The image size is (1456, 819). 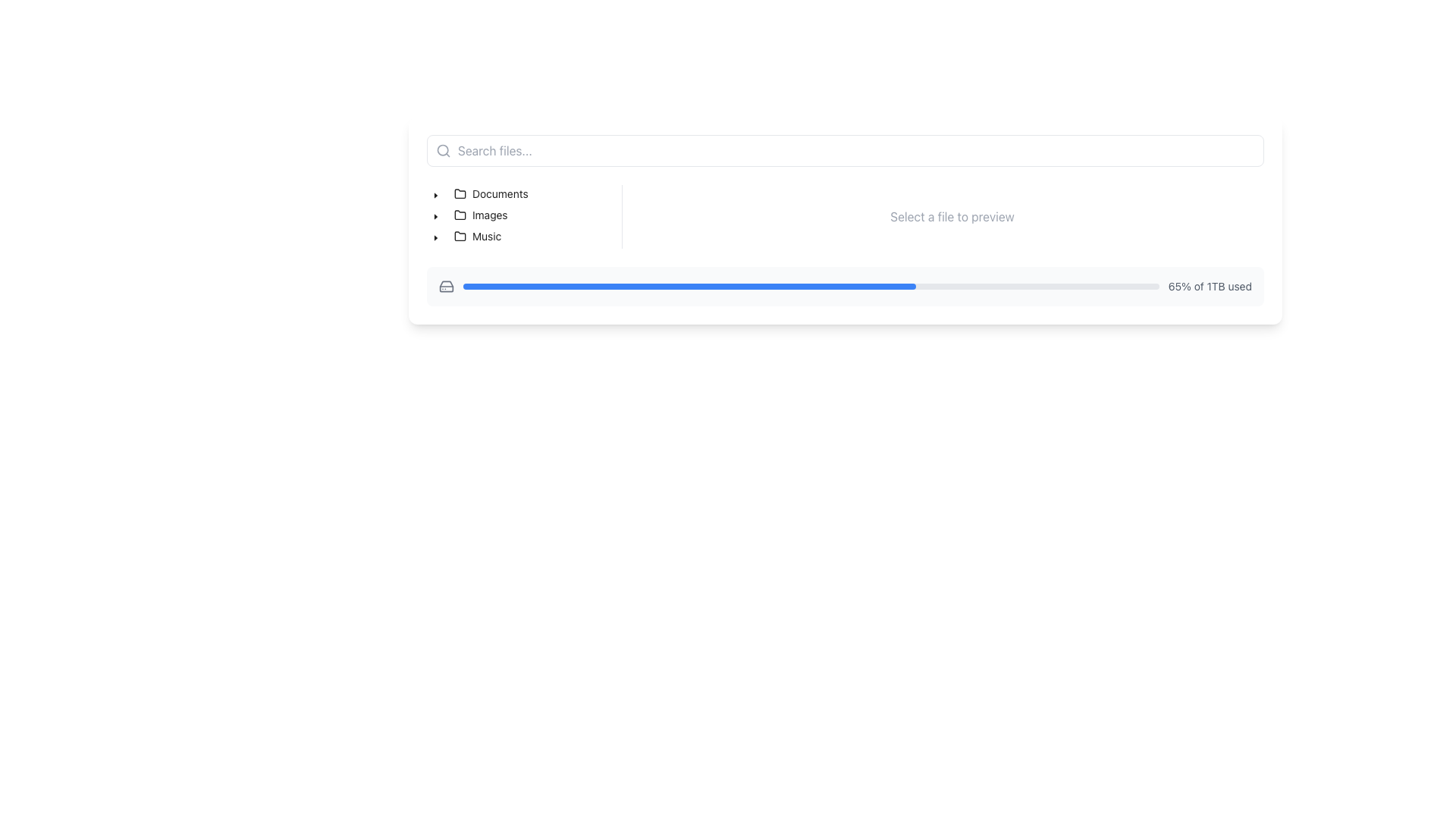 What do you see at coordinates (477, 237) in the screenshot?
I see `the 'Music' folder in the file browser` at bounding box center [477, 237].